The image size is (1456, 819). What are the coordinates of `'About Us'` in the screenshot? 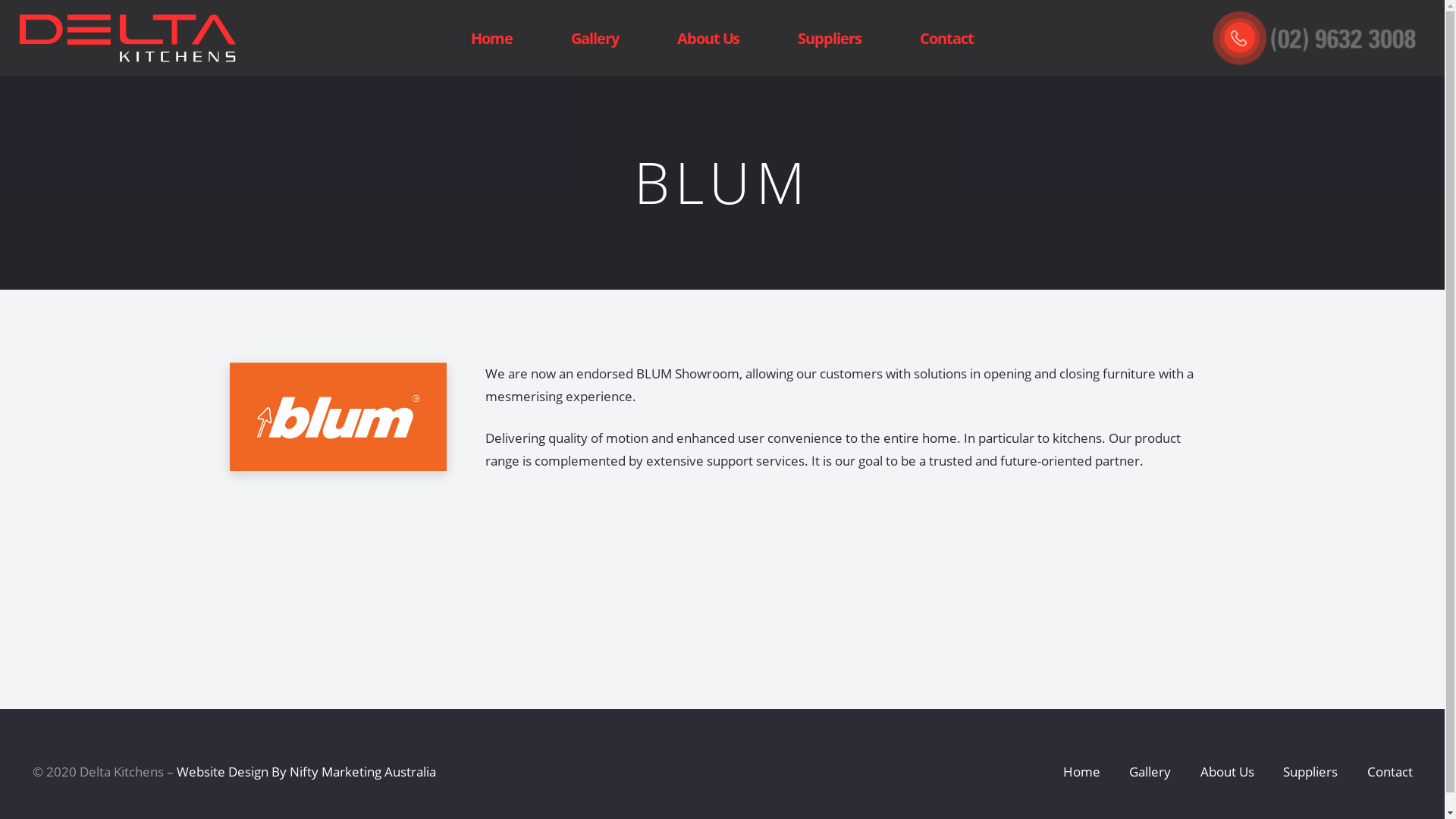 It's located at (708, 37).